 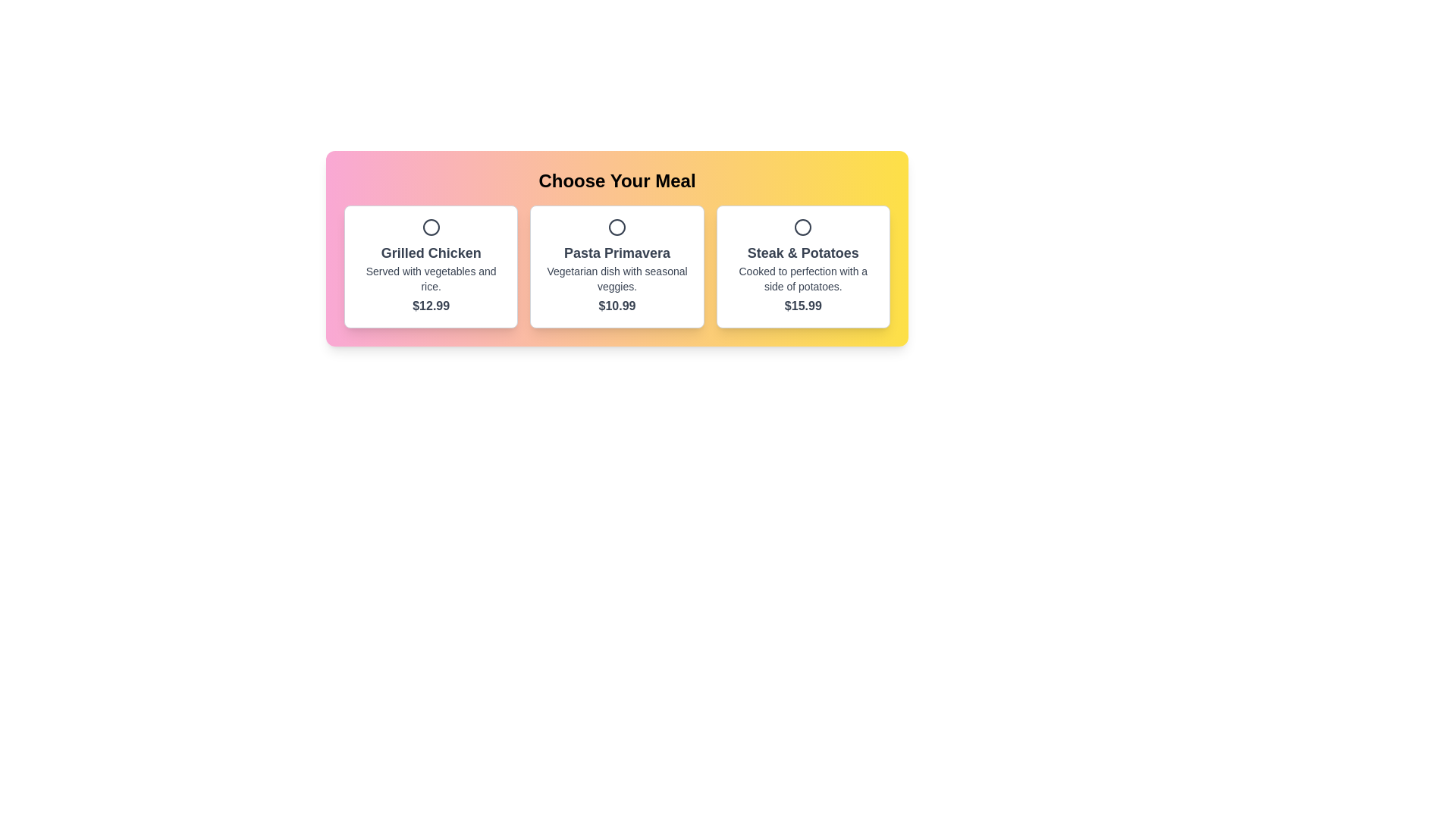 I want to click on the circular Radio Button Indicator (Non-interactive) located at the top center of the 'Steak & Potatoes' card, so click(x=802, y=227).